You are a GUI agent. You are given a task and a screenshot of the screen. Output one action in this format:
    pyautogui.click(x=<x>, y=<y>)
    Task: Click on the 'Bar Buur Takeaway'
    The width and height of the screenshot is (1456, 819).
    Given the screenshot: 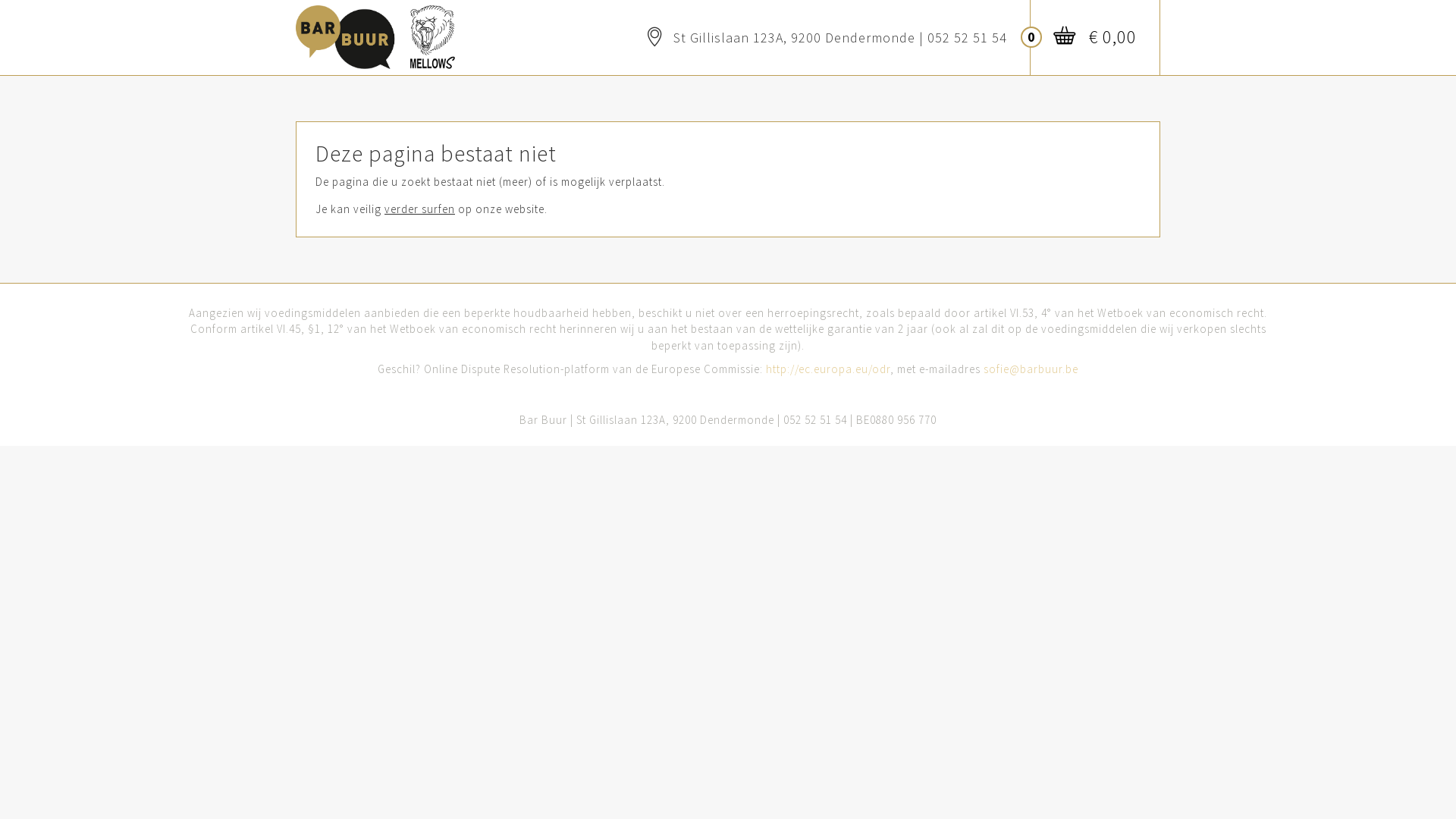 What is the action you would take?
    pyautogui.click(x=295, y=28)
    